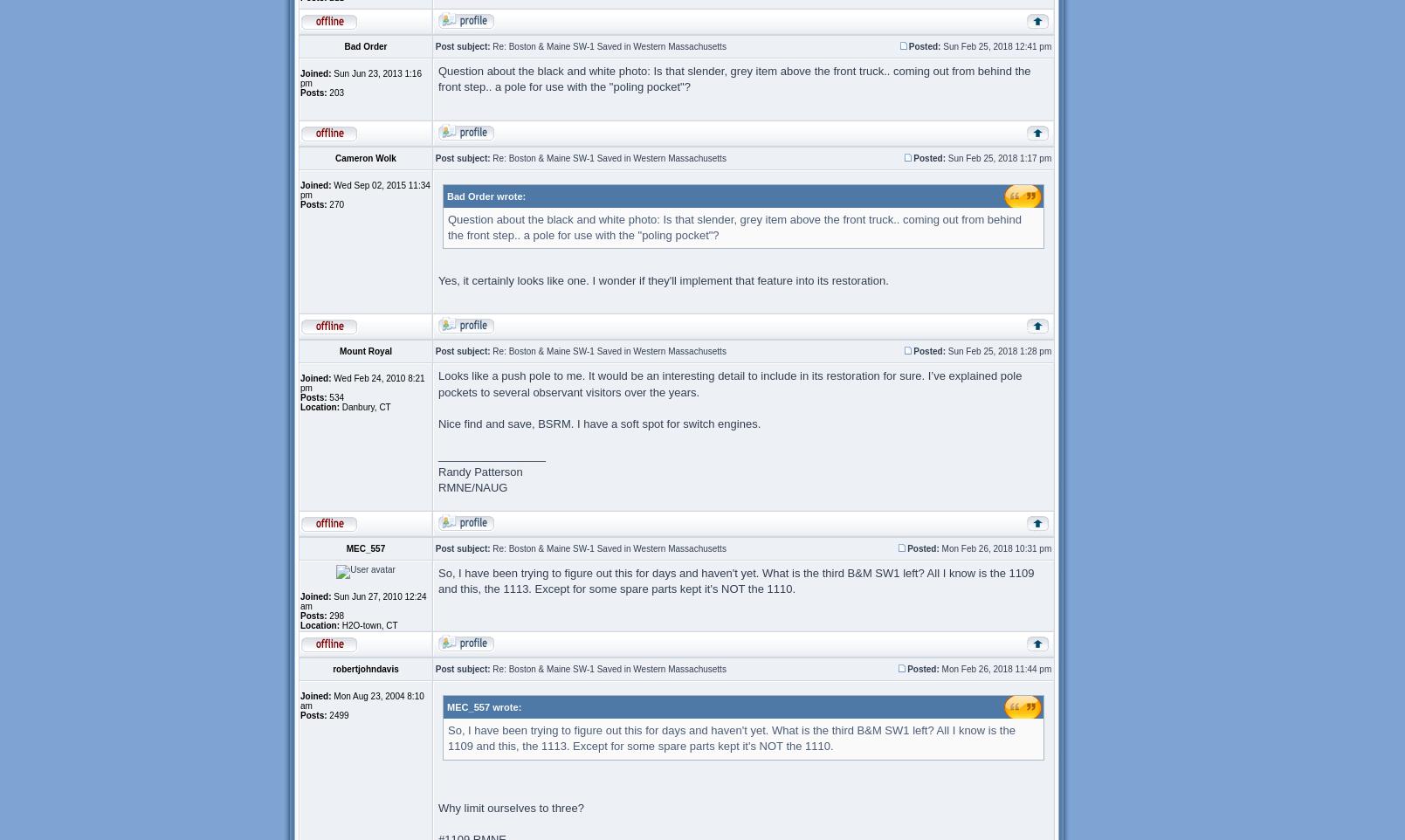 This screenshot has width=1405, height=840. What do you see at coordinates (995, 547) in the screenshot?
I see `'Mon Feb 26, 2018 10:31 pm'` at bounding box center [995, 547].